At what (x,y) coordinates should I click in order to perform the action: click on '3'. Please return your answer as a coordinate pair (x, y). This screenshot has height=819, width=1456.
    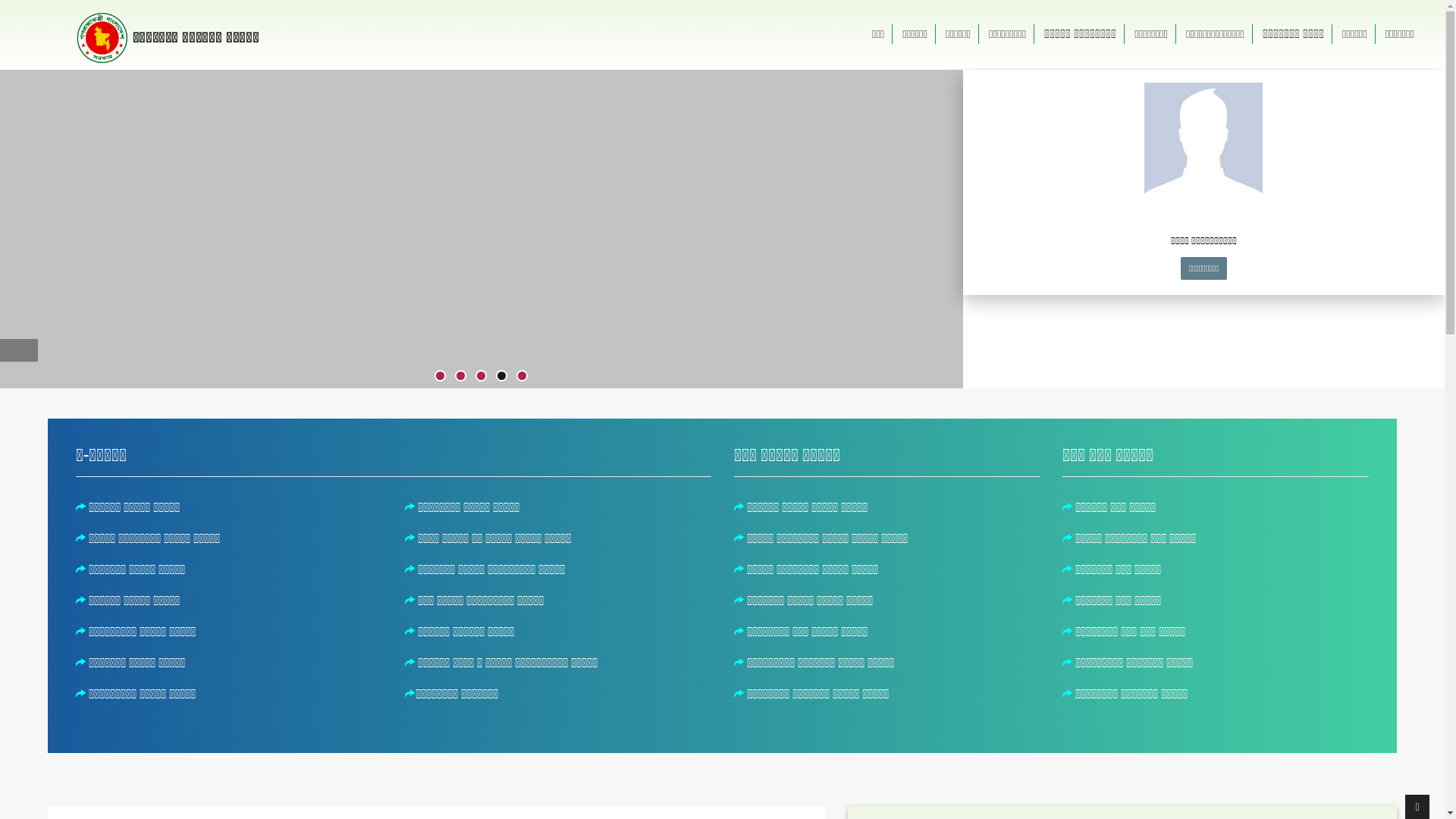
    Looking at the image, I should click on (480, 375).